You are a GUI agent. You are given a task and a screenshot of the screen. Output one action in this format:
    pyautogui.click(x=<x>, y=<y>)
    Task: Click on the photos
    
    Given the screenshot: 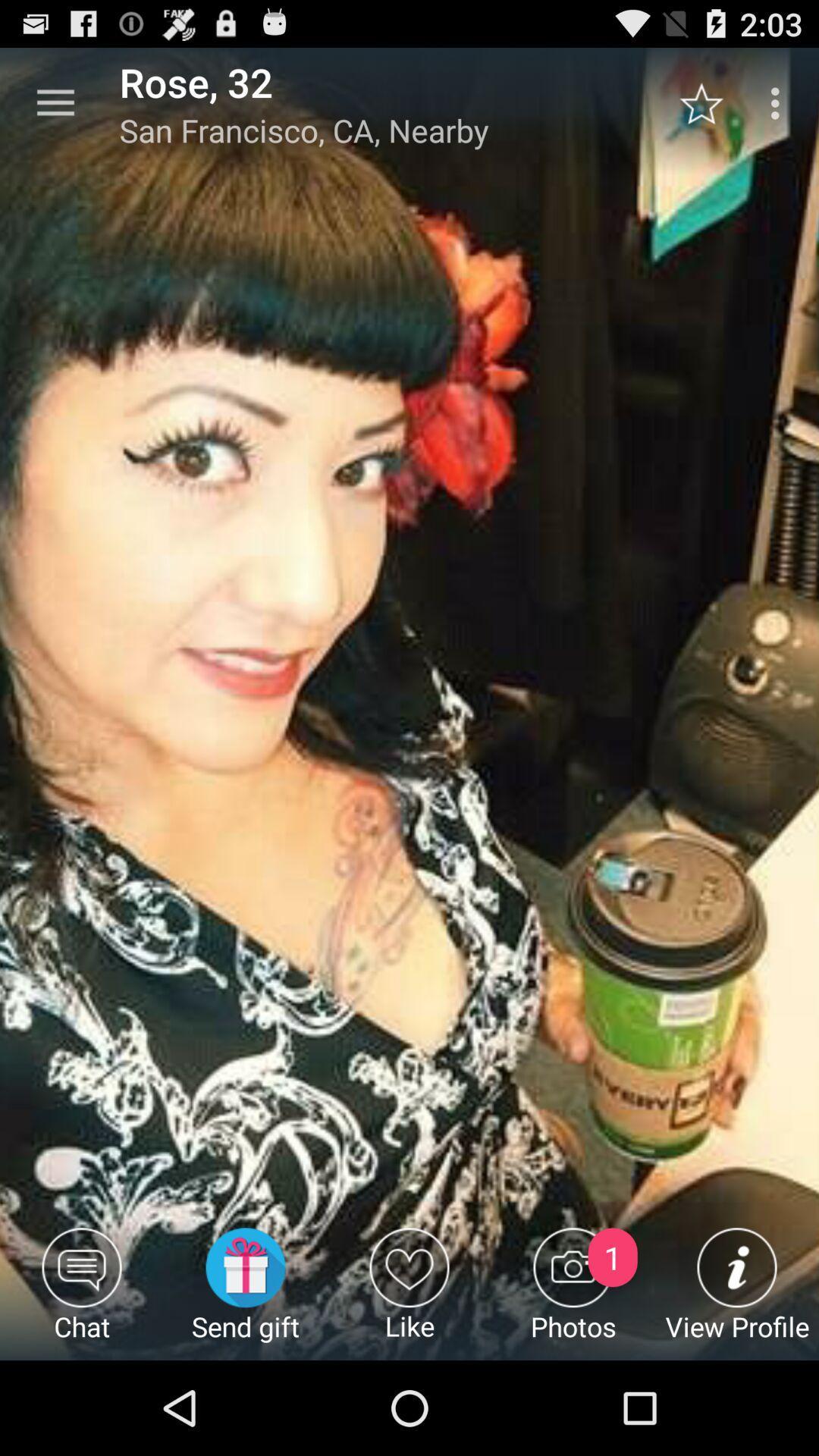 What is the action you would take?
    pyautogui.click(x=573, y=1293)
    